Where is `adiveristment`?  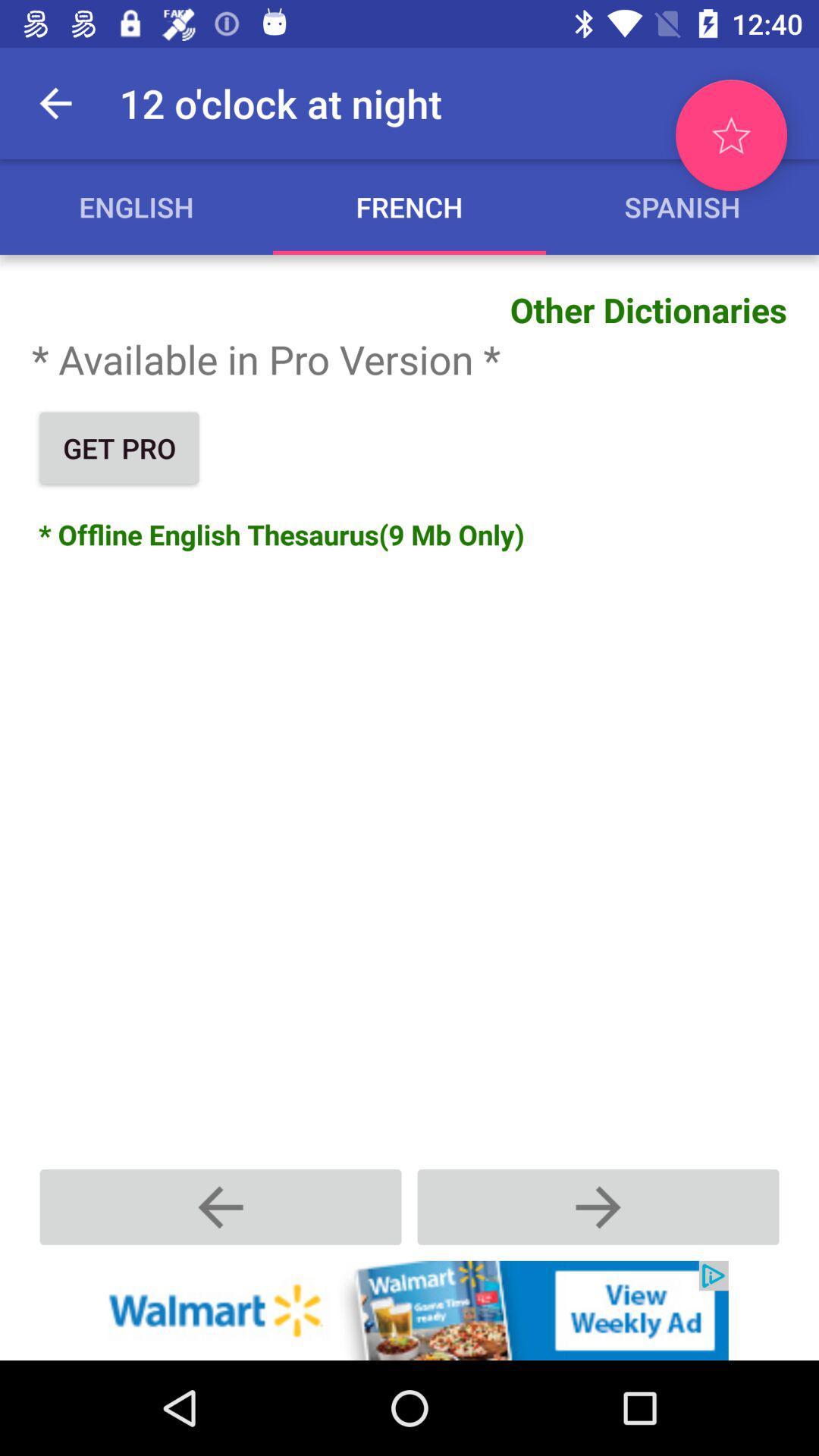
adiveristment is located at coordinates (409, 1310).